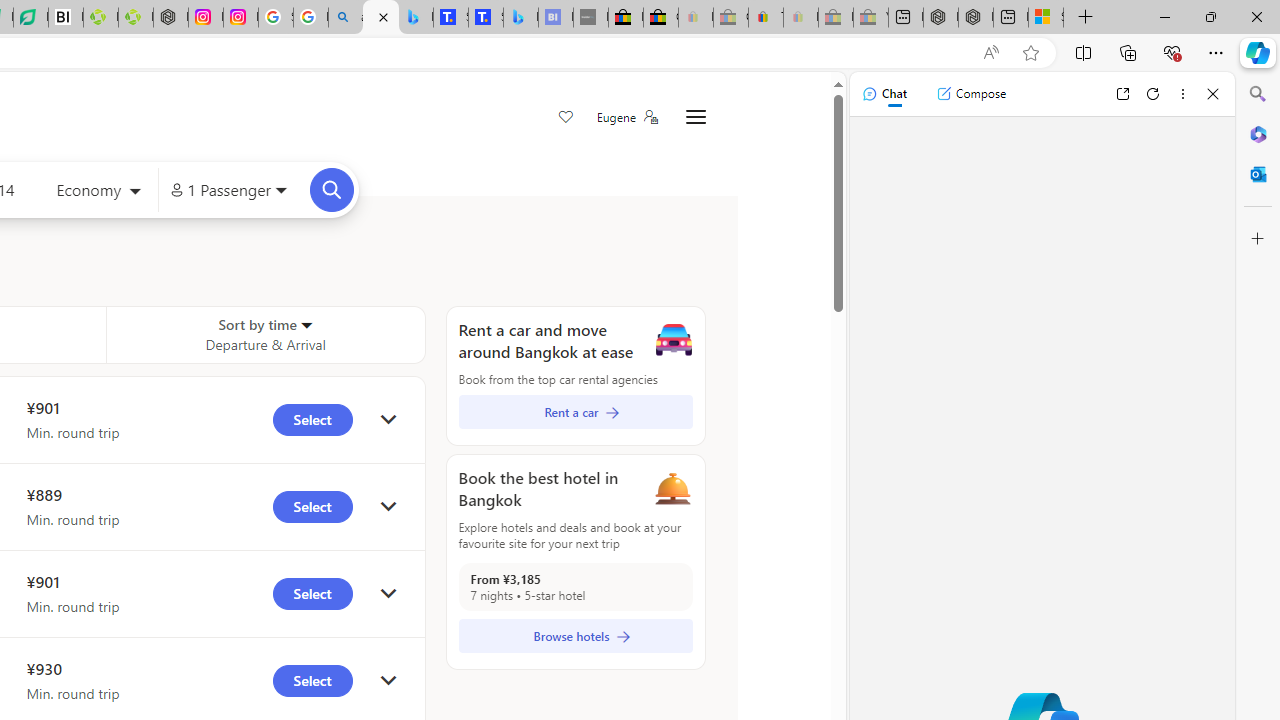  Describe the element at coordinates (835, 17) in the screenshot. I see `'Press Room - eBay Inc. - Sleeping'` at that location.